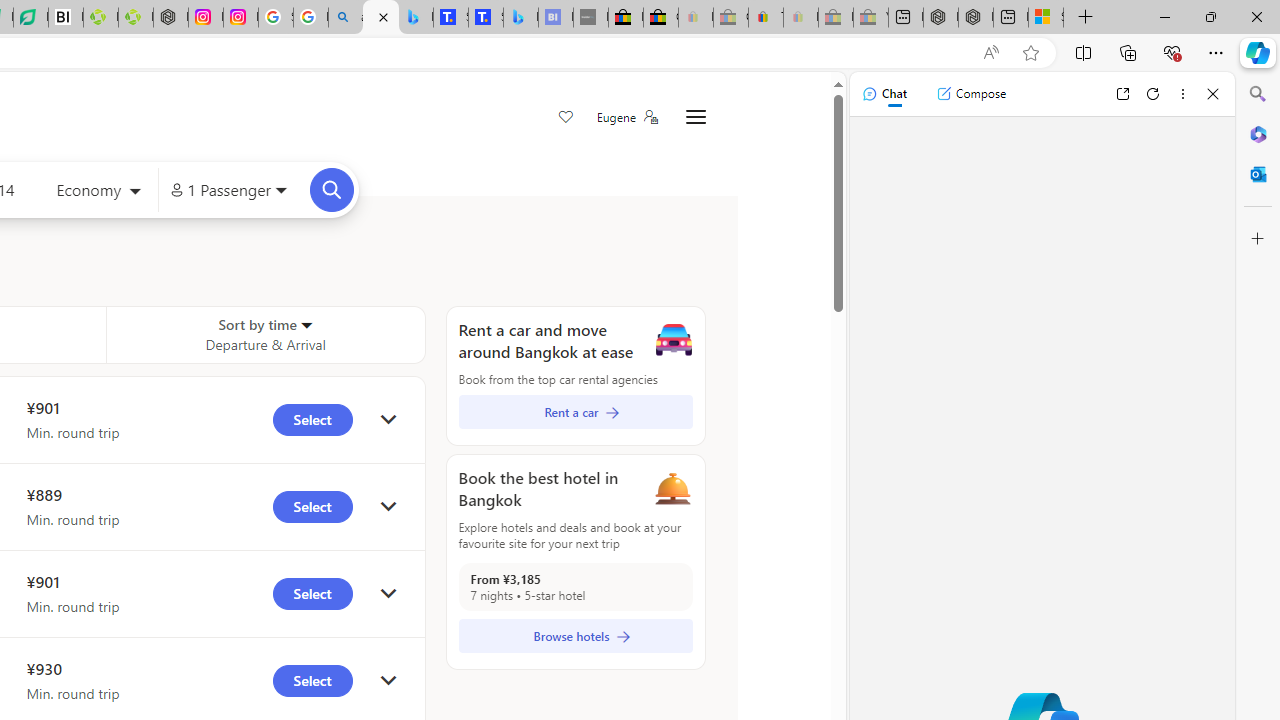  Describe the element at coordinates (835, 17) in the screenshot. I see `'Press Room - eBay Inc. - Sleeping'` at that location.